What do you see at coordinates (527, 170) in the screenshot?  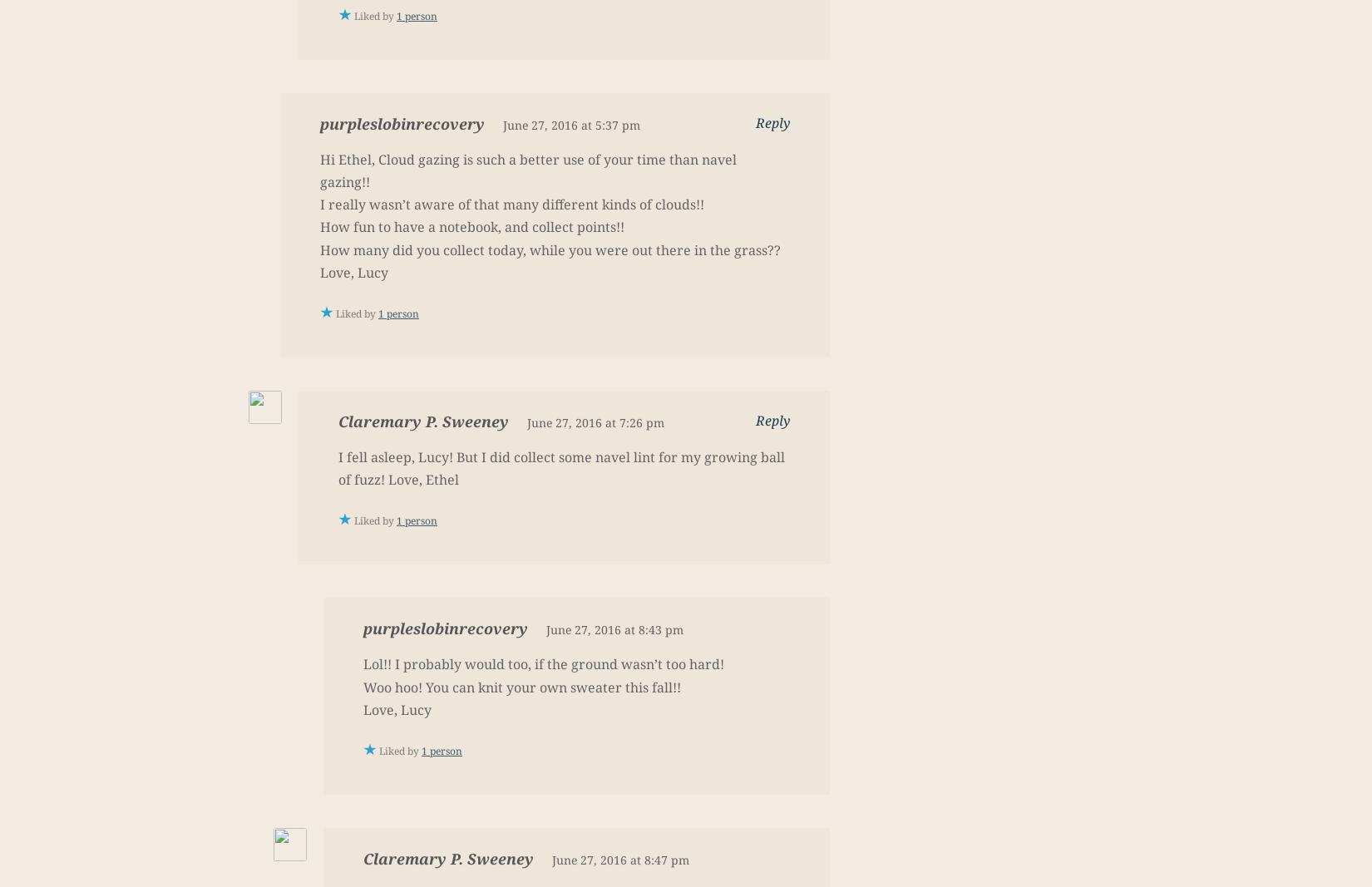 I see `'Hi Ethel,  Cloud gazing is such a better use of your time than navel gazing!!'` at bounding box center [527, 170].